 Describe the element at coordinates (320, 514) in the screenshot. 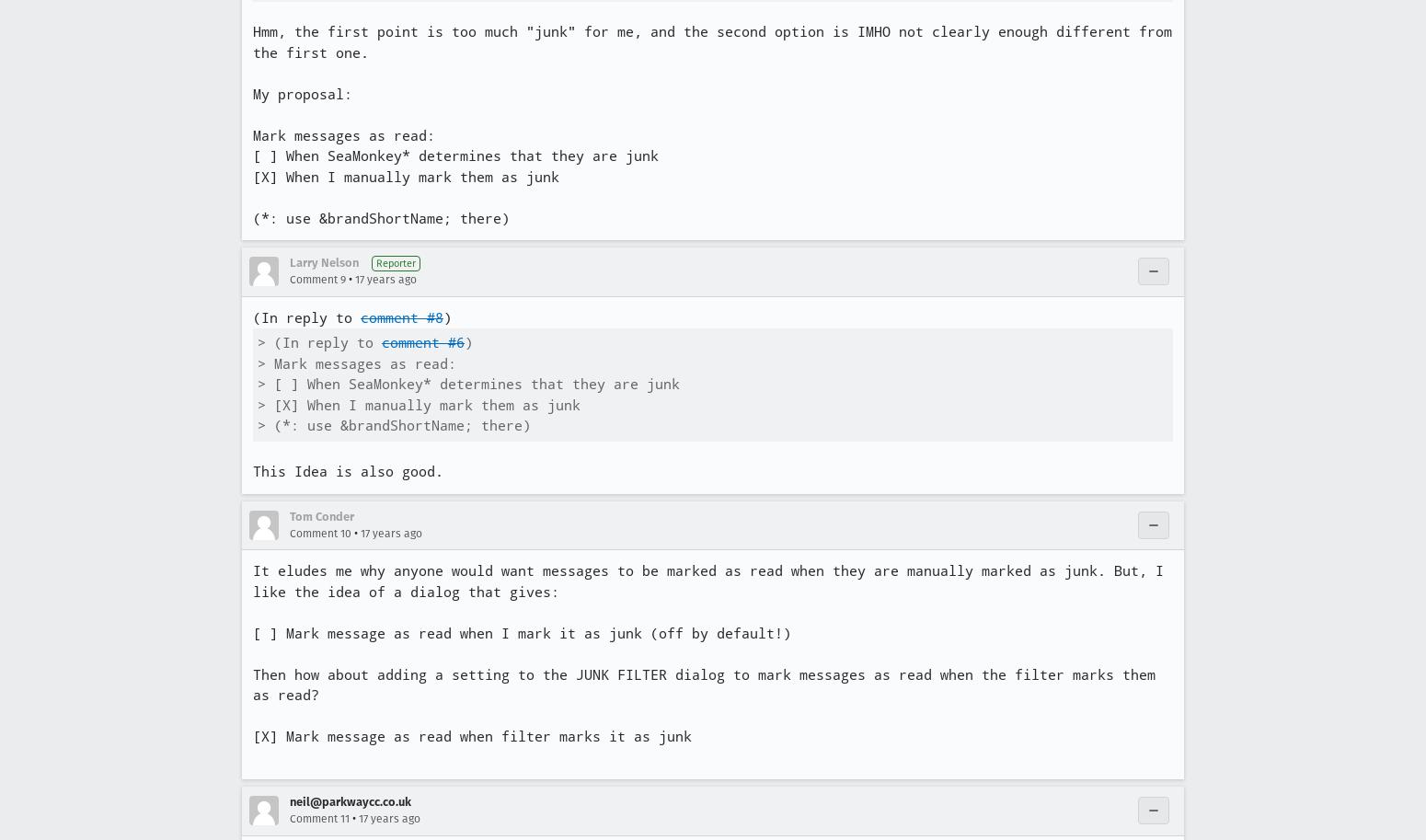

I see `'Tom Conder'` at that location.